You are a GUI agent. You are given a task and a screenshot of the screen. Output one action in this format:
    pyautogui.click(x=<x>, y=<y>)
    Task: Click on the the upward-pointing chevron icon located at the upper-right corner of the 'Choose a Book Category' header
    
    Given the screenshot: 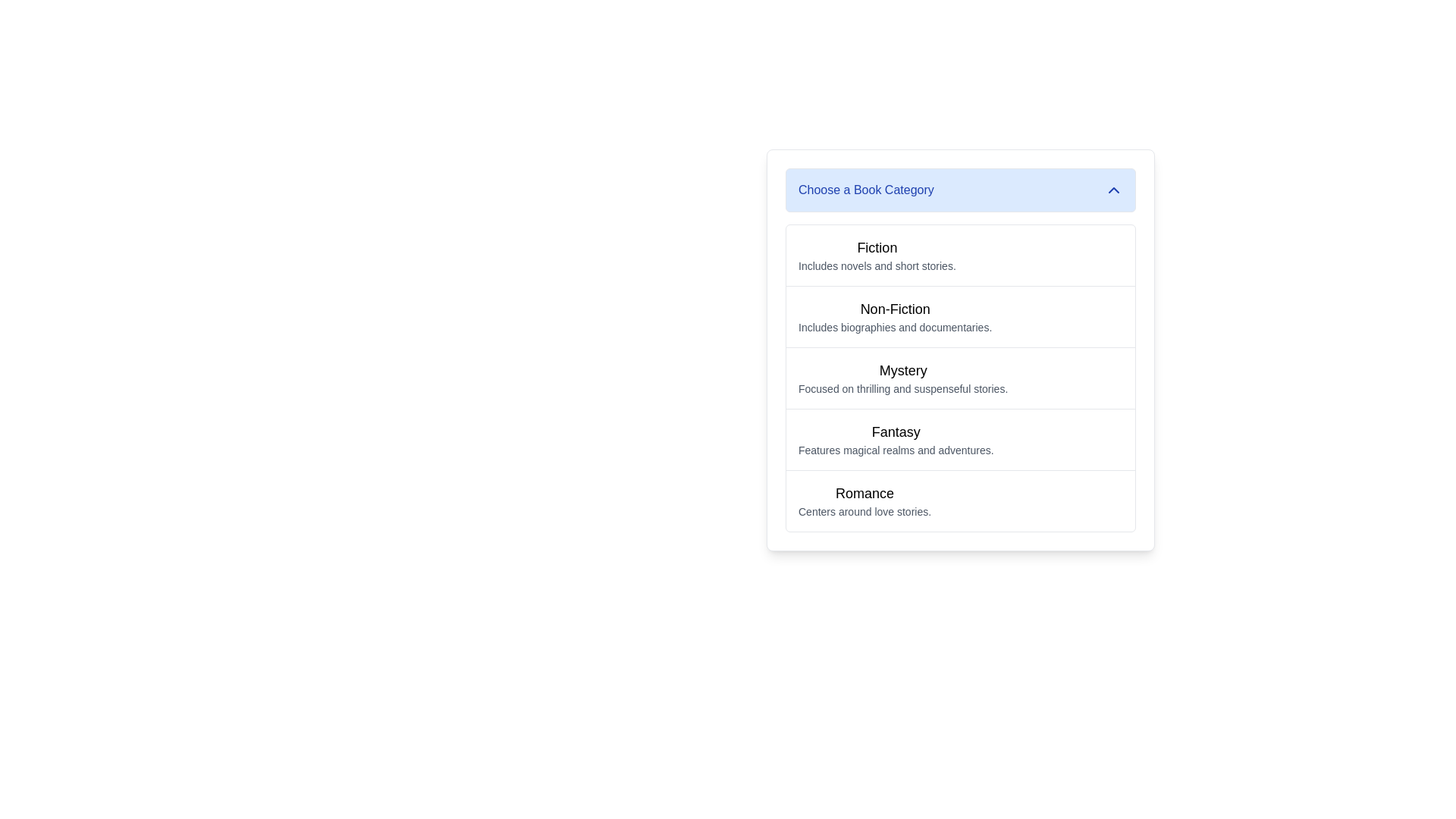 What is the action you would take?
    pyautogui.click(x=1113, y=189)
    